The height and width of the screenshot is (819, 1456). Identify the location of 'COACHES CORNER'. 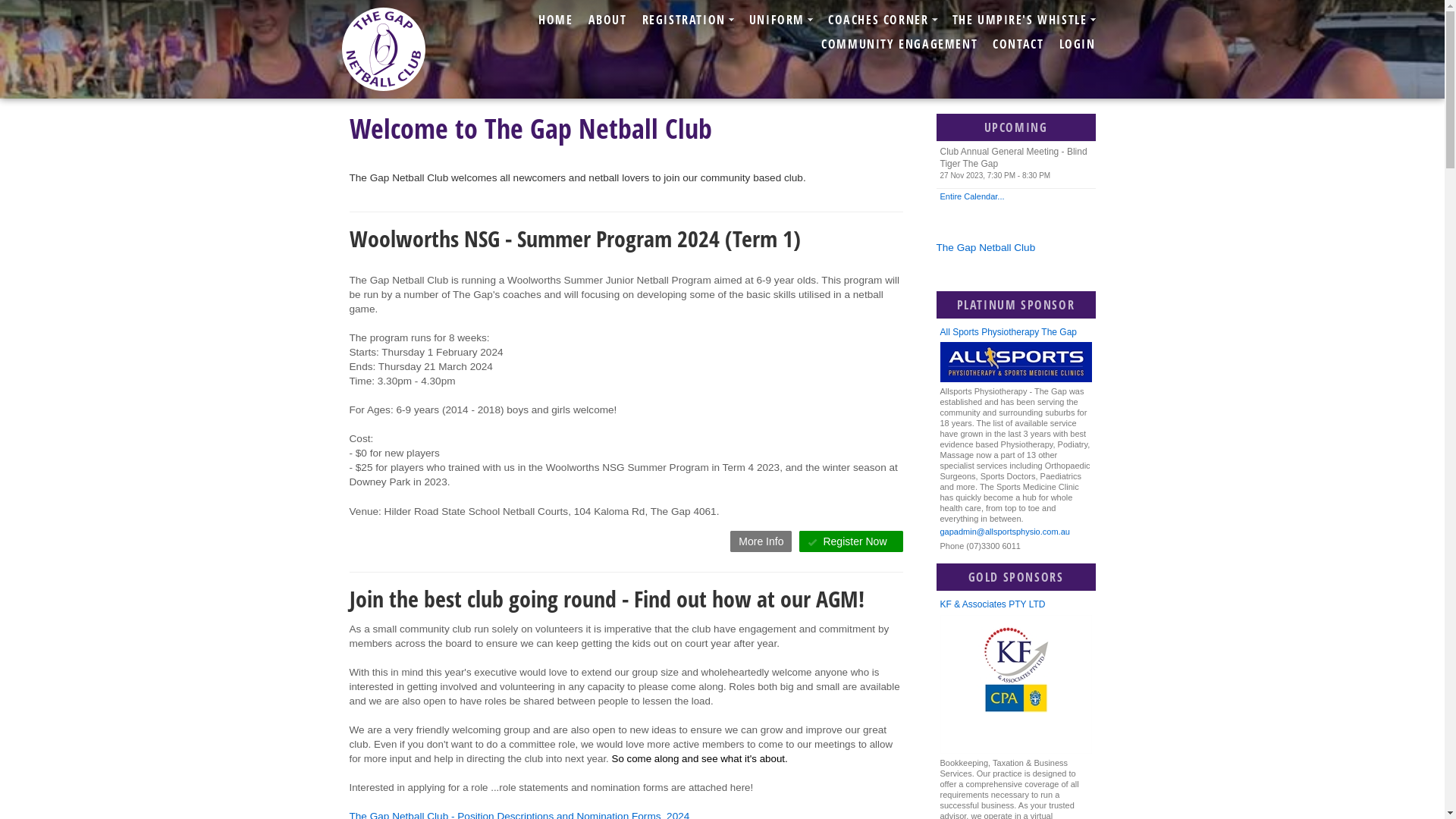
(882, 20).